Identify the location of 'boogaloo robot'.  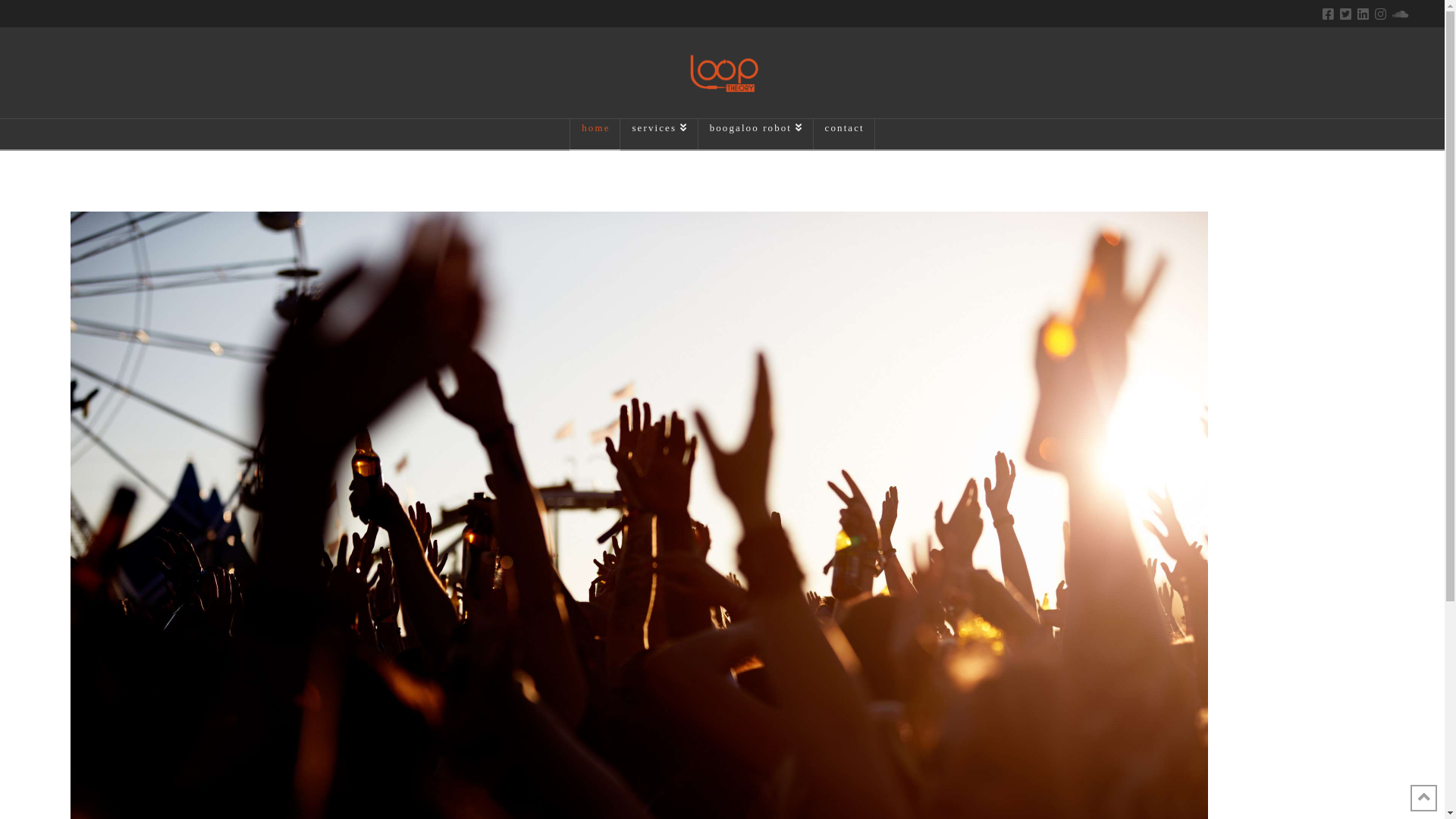
(756, 133).